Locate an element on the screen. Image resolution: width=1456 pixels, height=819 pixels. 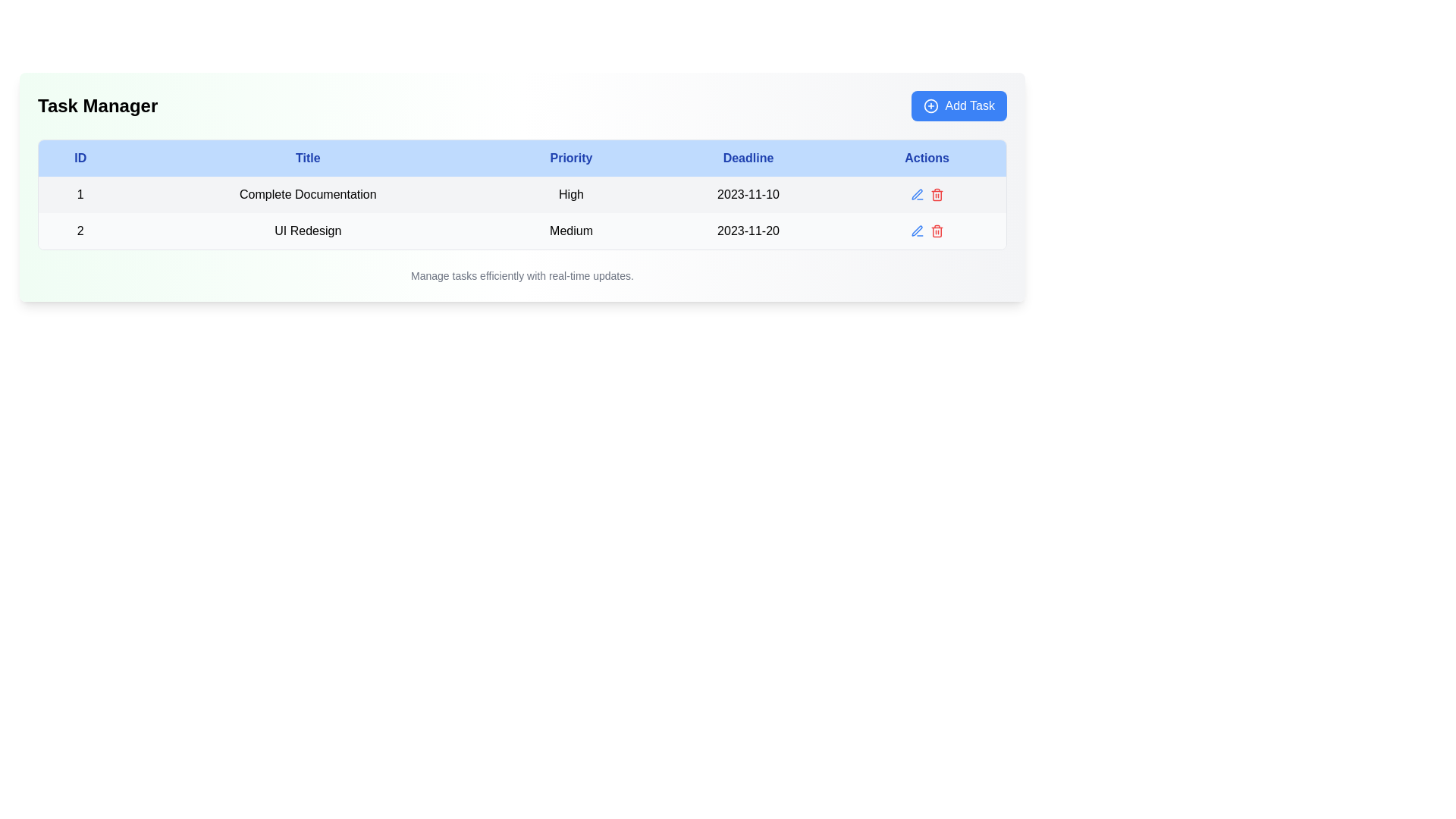
the button in the first row of the table under the 'Actions' column, located between the 'edit' and 'delete' buttons is located at coordinates (926, 194).